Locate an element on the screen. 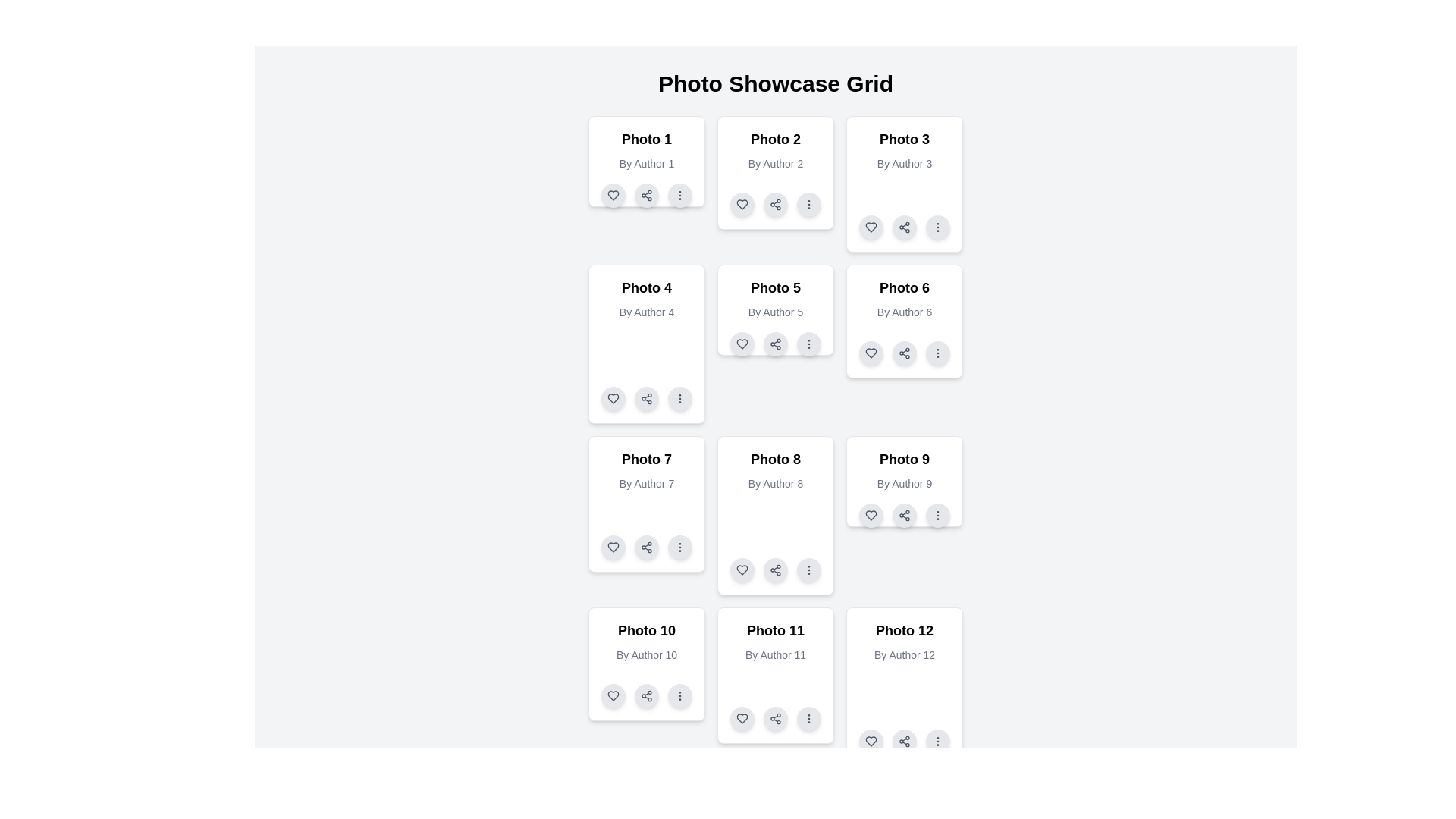 The width and height of the screenshot is (1456, 819). the text label indicating the author of the content in the card titled 'Photo 6', located in the second row and third column of the grid layout is located at coordinates (905, 312).